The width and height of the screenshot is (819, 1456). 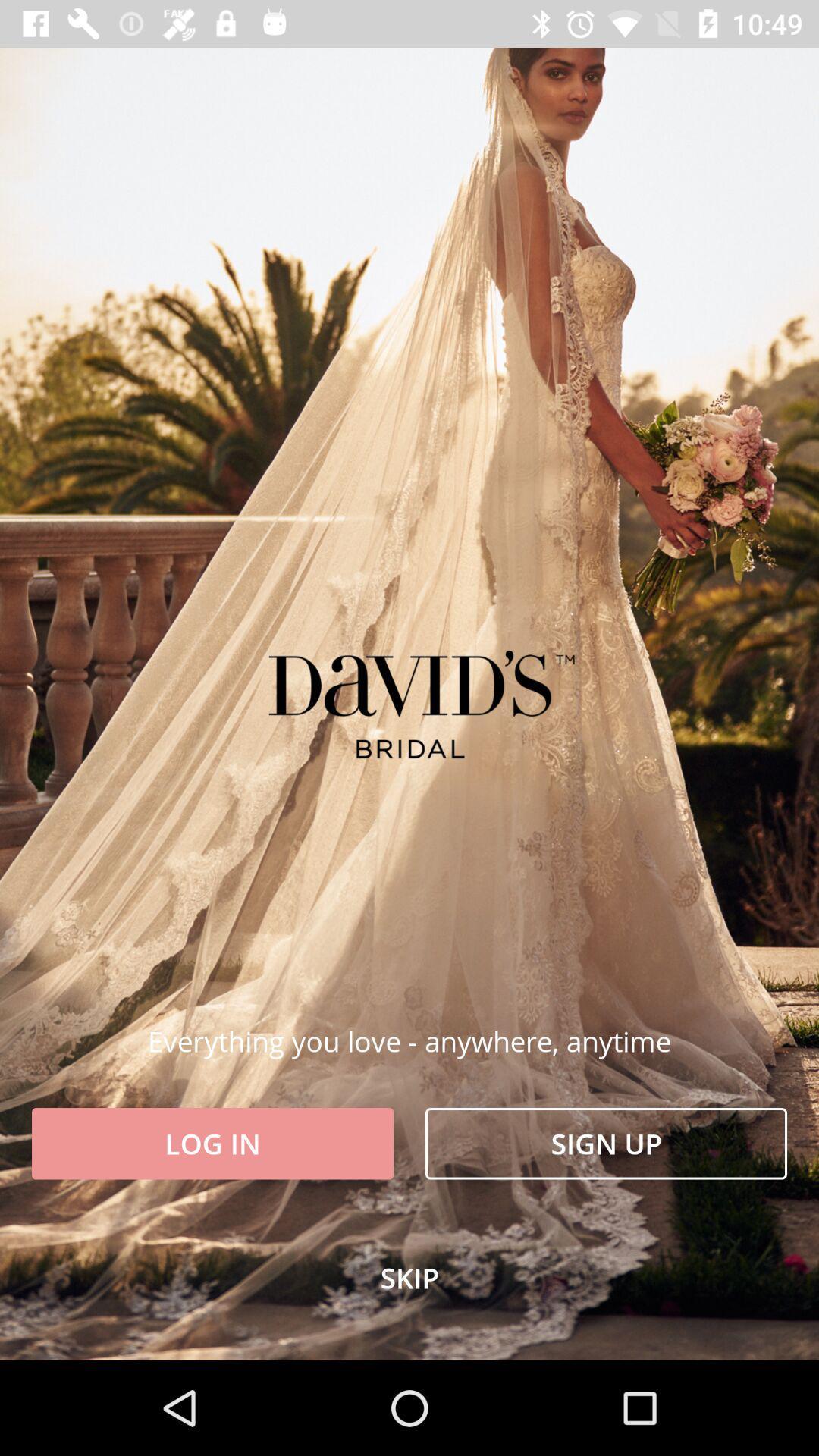 What do you see at coordinates (605, 1144) in the screenshot?
I see `item to the right of the log in icon` at bounding box center [605, 1144].